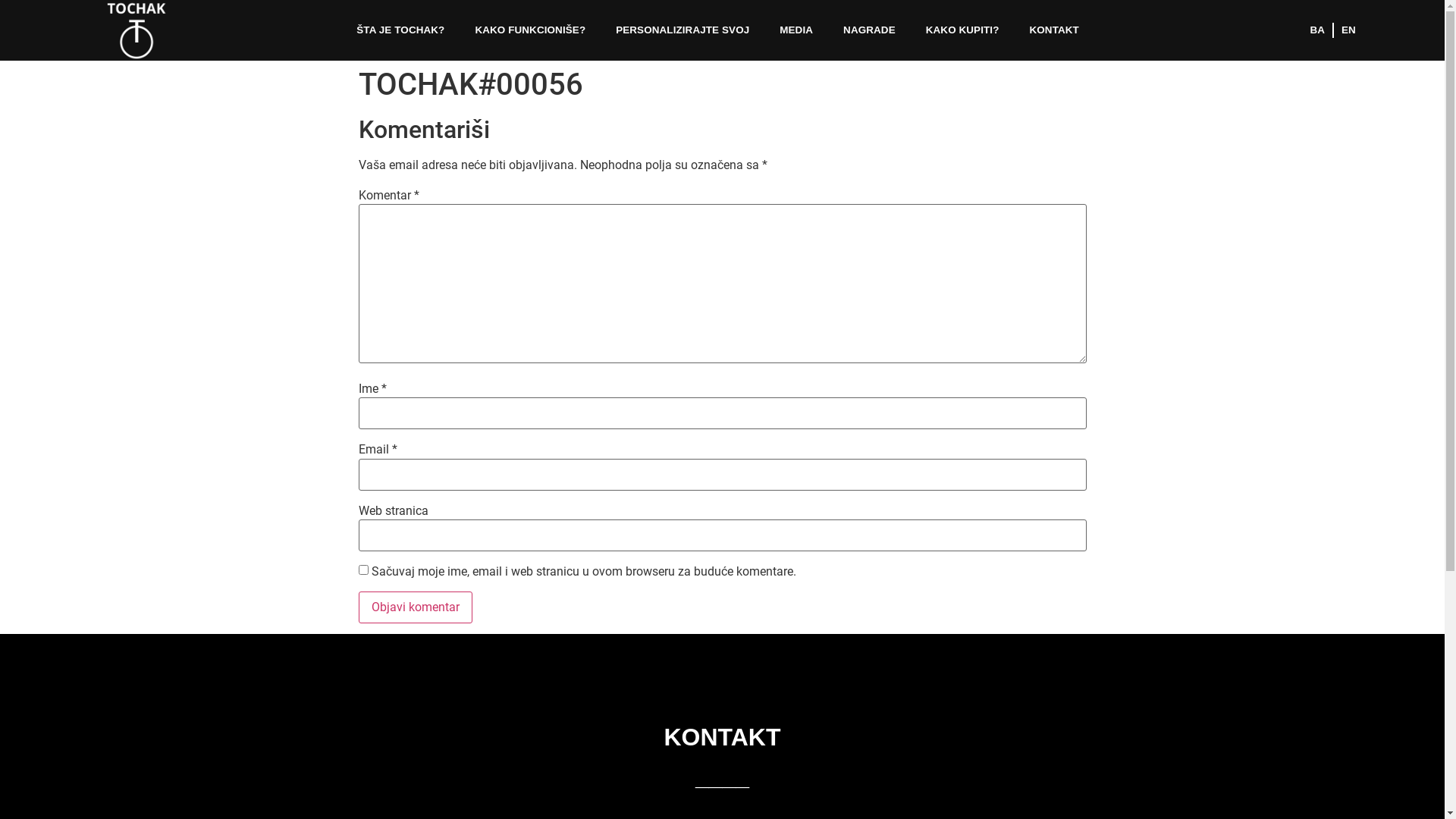 The height and width of the screenshot is (819, 1456). I want to click on 'BA', so click(1316, 30).